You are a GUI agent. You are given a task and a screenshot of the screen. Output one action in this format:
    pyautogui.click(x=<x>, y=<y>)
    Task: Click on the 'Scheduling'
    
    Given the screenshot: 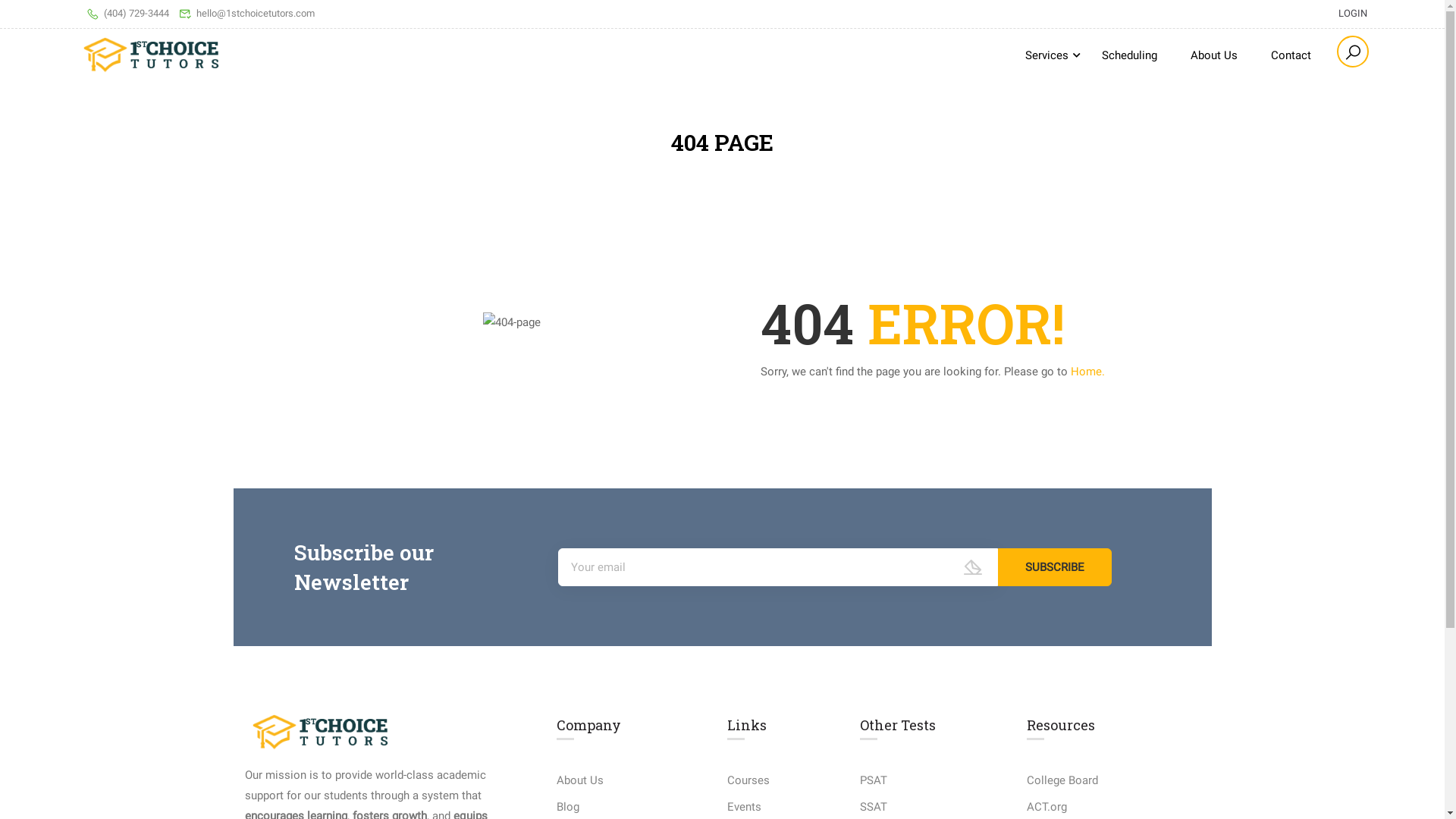 What is the action you would take?
    pyautogui.click(x=1129, y=54)
    